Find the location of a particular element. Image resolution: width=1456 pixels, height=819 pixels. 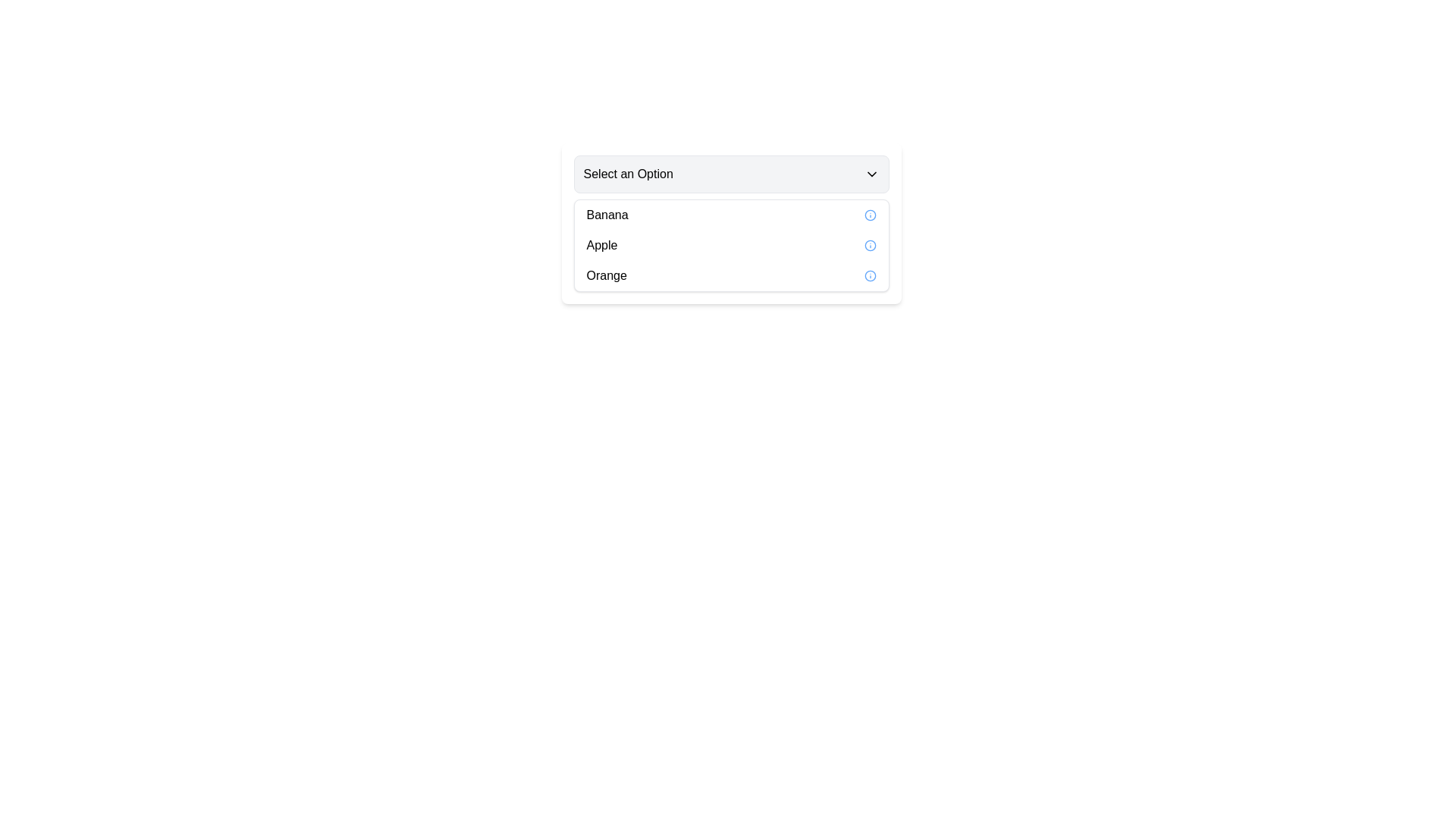

the 'Apple' option in the dropdown menu, which is the second option between 'Banana' and 'Orange' is located at coordinates (601, 245).